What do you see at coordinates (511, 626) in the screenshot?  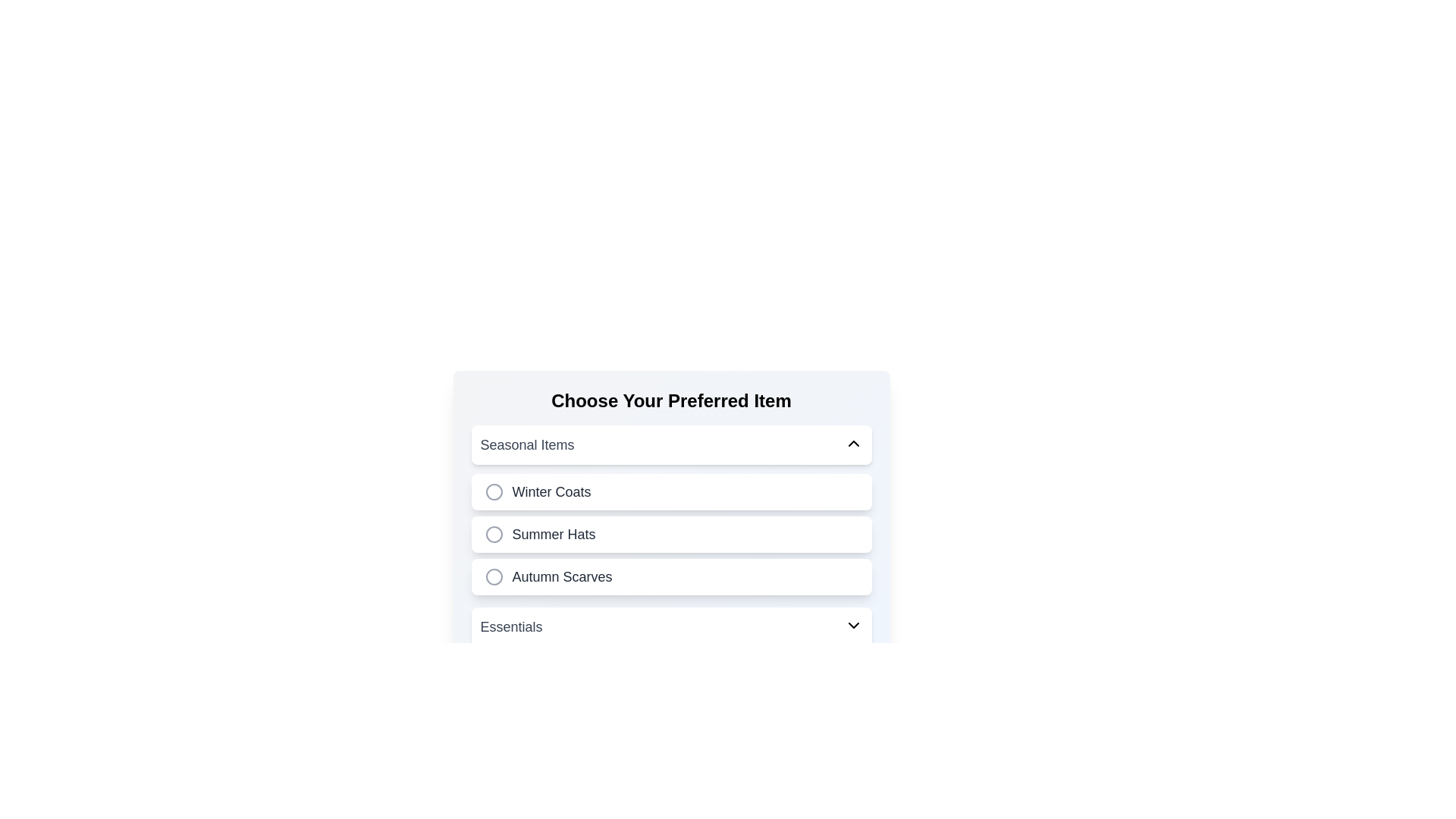 I see `the 'Essentials' text label, which is displayed in a medium-sized, gray font and positioned near the bottom right of the interface, to the left of a chevron arrow icon` at bounding box center [511, 626].